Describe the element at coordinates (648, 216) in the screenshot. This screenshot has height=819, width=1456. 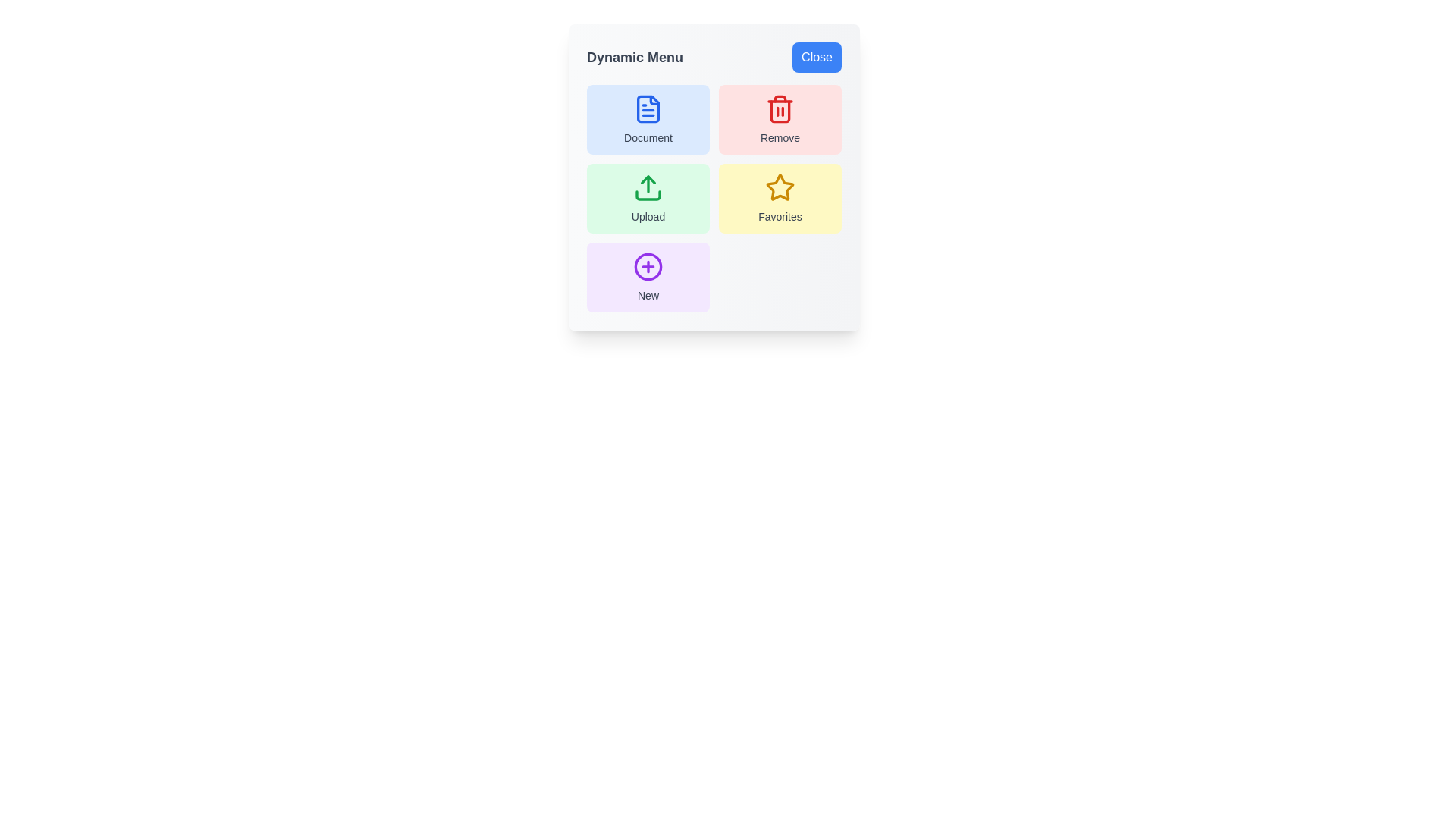
I see `text from the descriptive label located within the green button in the second row, first column of the grid layout, positioned below the upward arrow icon` at that location.